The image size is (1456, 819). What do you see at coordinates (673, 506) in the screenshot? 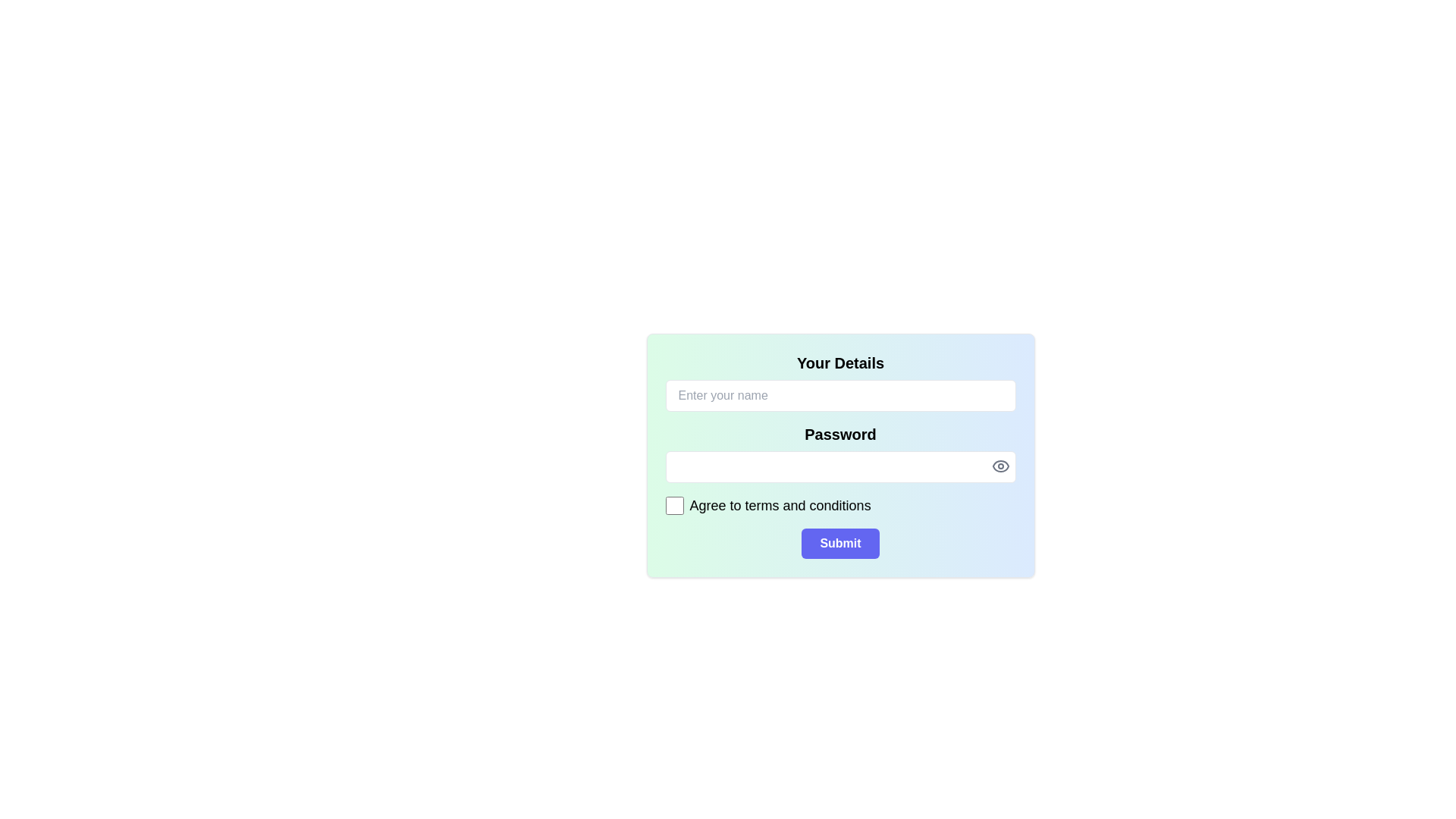
I see `the unselected checkbox` at bounding box center [673, 506].